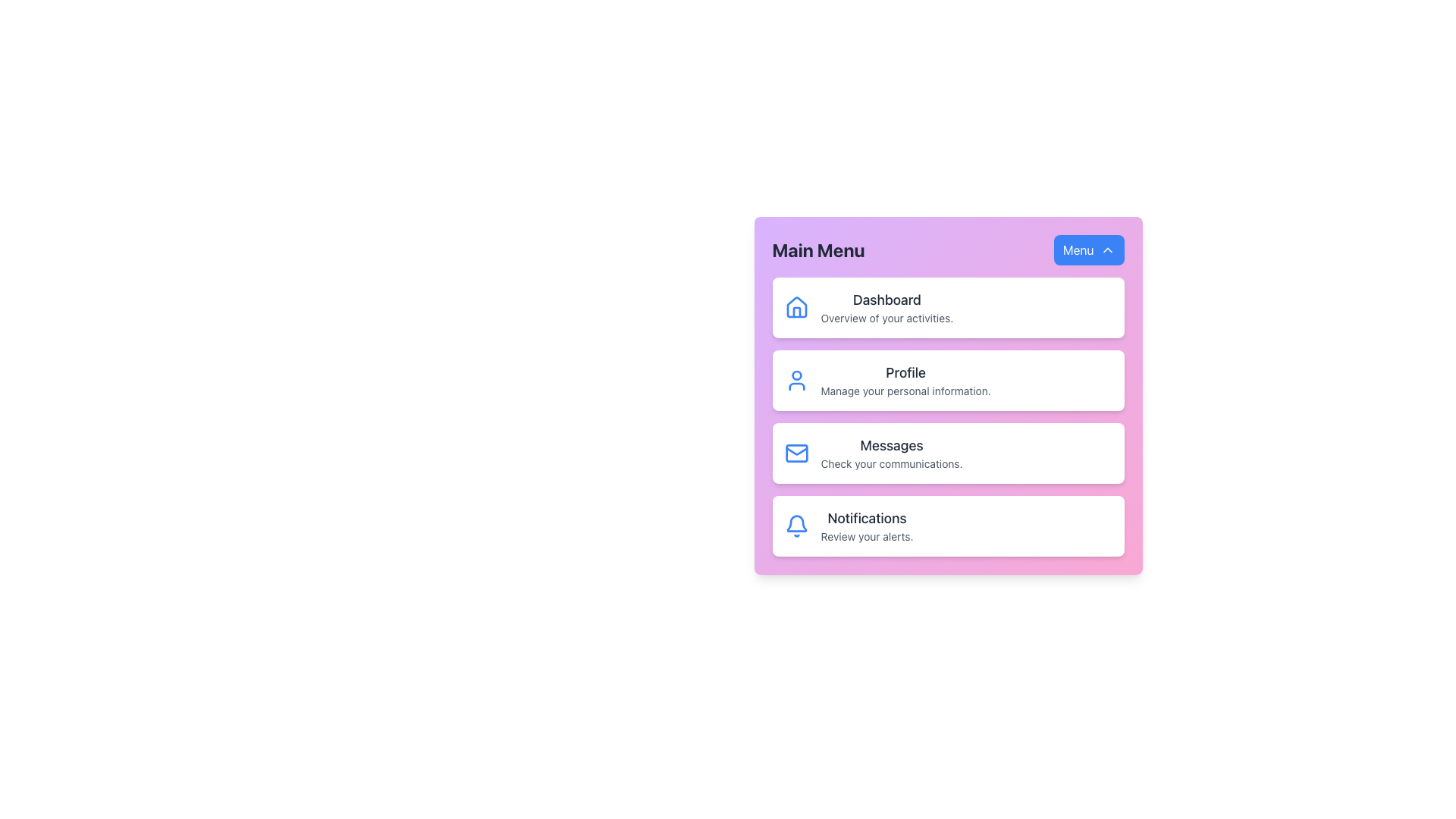 This screenshot has height=819, width=1456. What do you see at coordinates (947, 452) in the screenshot?
I see `the third Card-like Button in the vertical menu list` at bounding box center [947, 452].